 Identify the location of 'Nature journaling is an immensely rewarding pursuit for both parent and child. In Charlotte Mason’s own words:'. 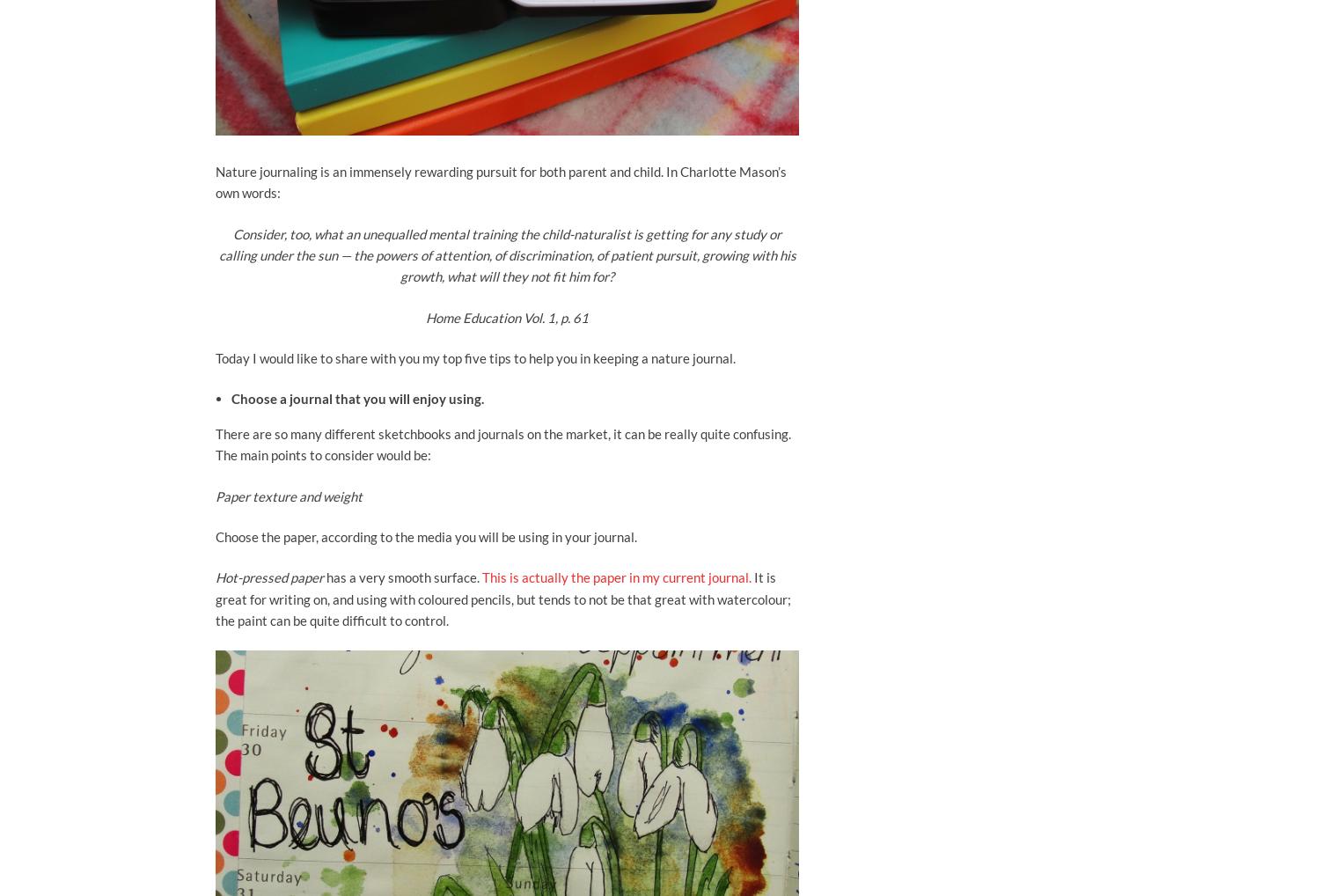
(500, 180).